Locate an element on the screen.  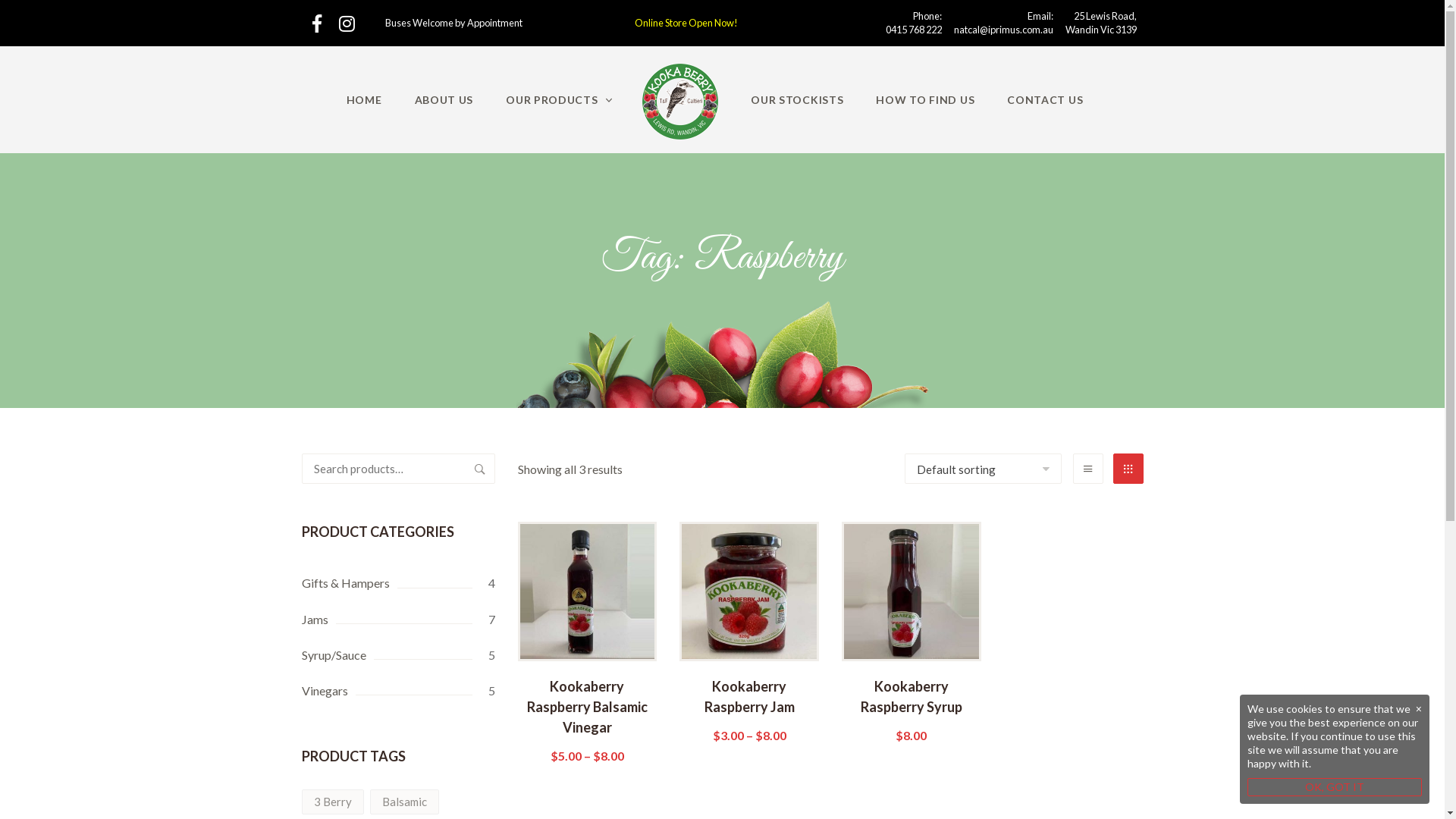
'OUR PRODUCTS' is located at coordinates (558, 99).